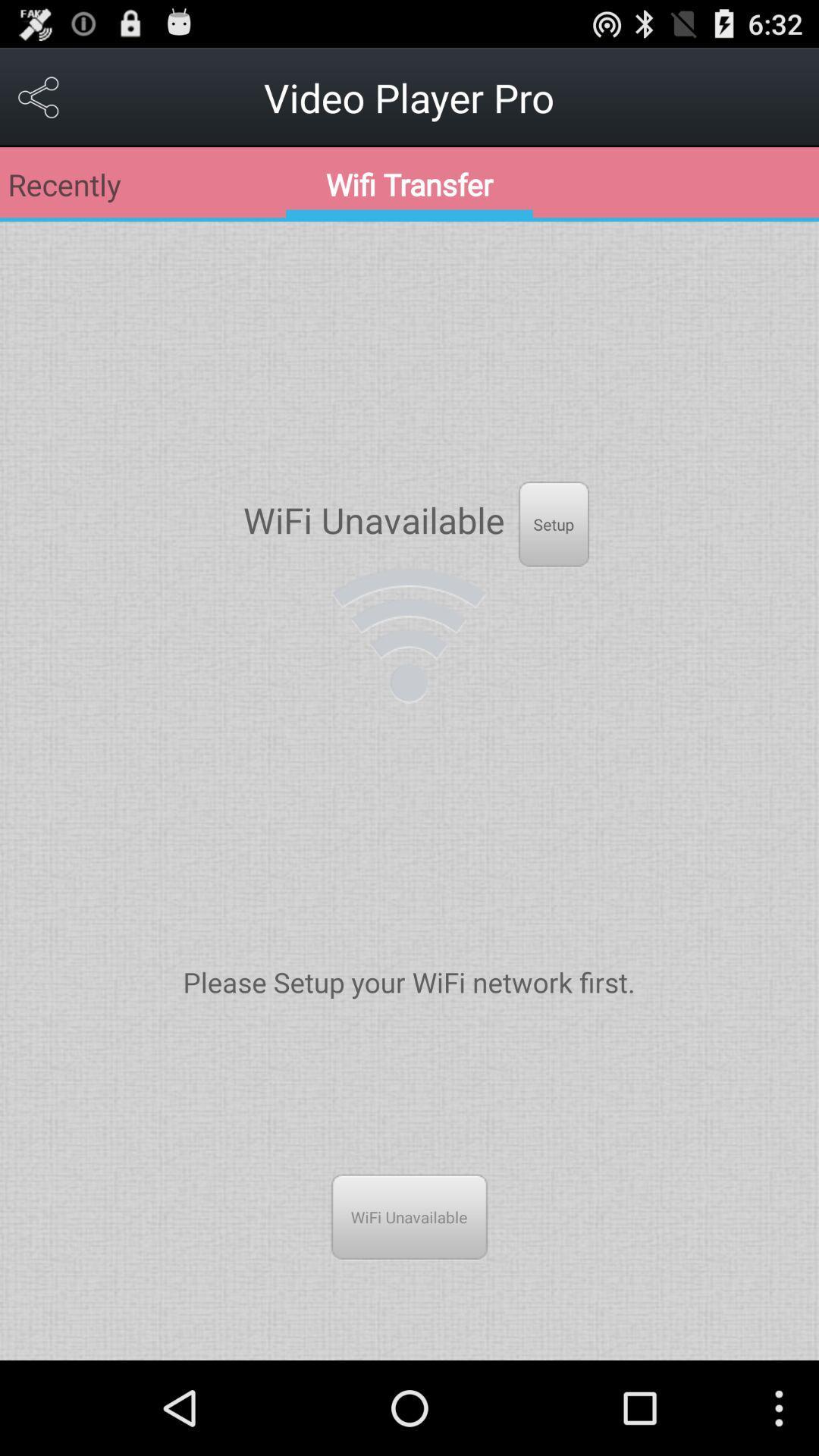  What do you see at coordinates (408, 635) in the screenshot?
I see `wifi logo` at bounding box center [408, 635].